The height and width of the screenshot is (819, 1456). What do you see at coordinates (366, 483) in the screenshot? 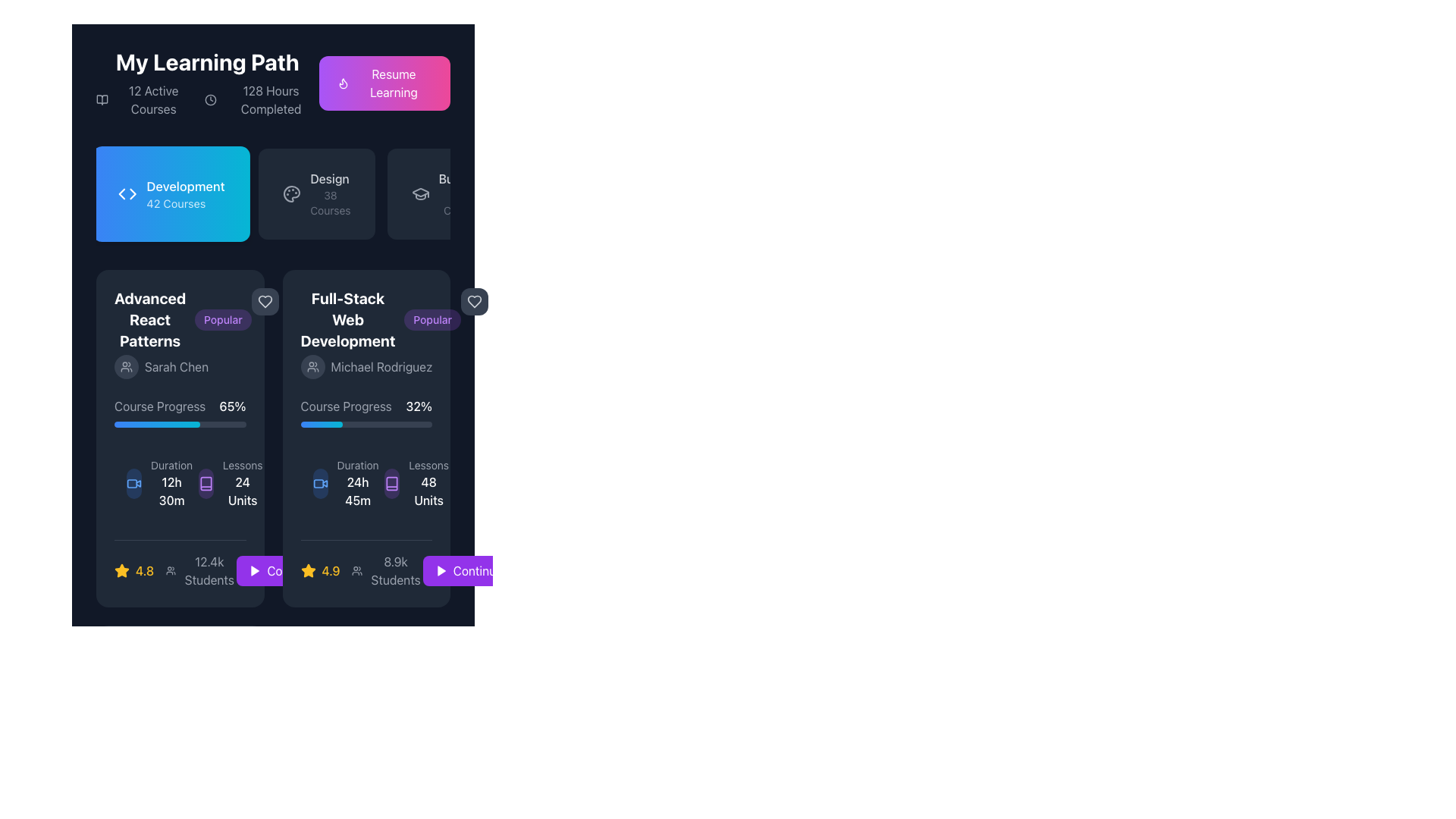
I see `displayed course duration information, which includes an icon resembling a video camera and the text 'Duration' in small gray font followed by '24h 45m' in bold white font, located in the 'Full-Stack Web Development' course section` at bounding box center [366, 483].